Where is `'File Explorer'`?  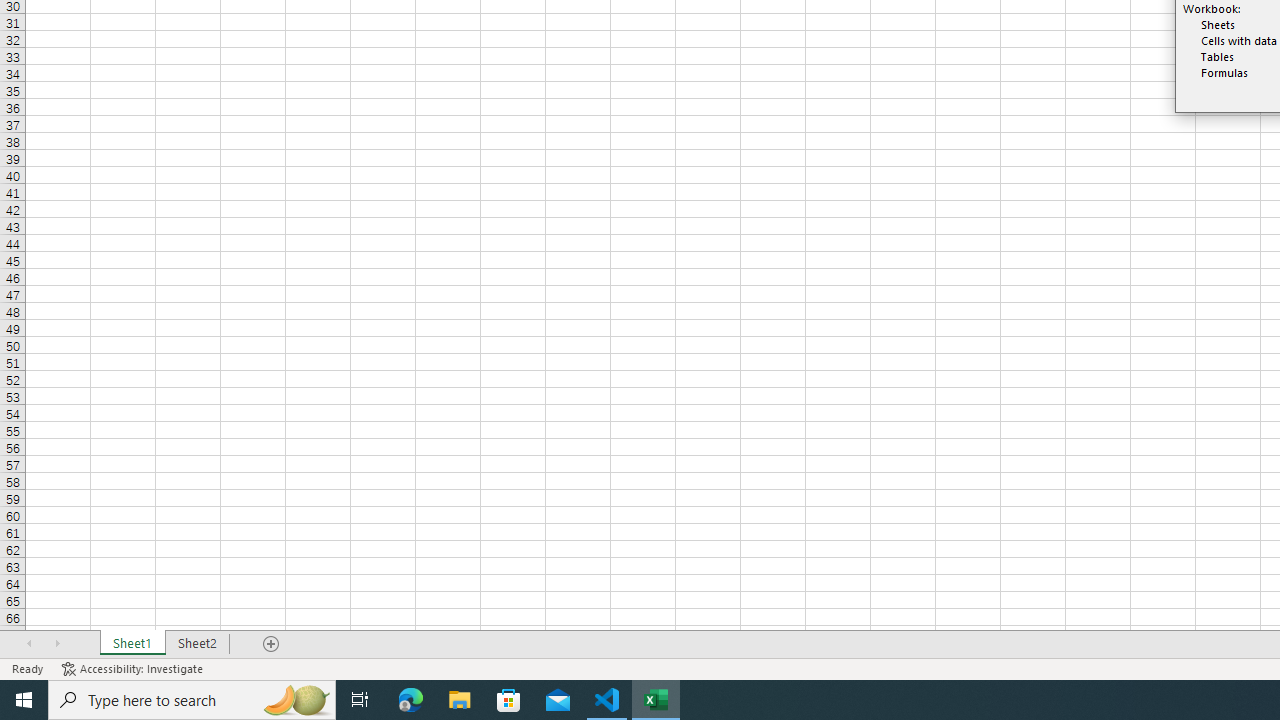 'File Explorer' is located at coordinates (459, 698).